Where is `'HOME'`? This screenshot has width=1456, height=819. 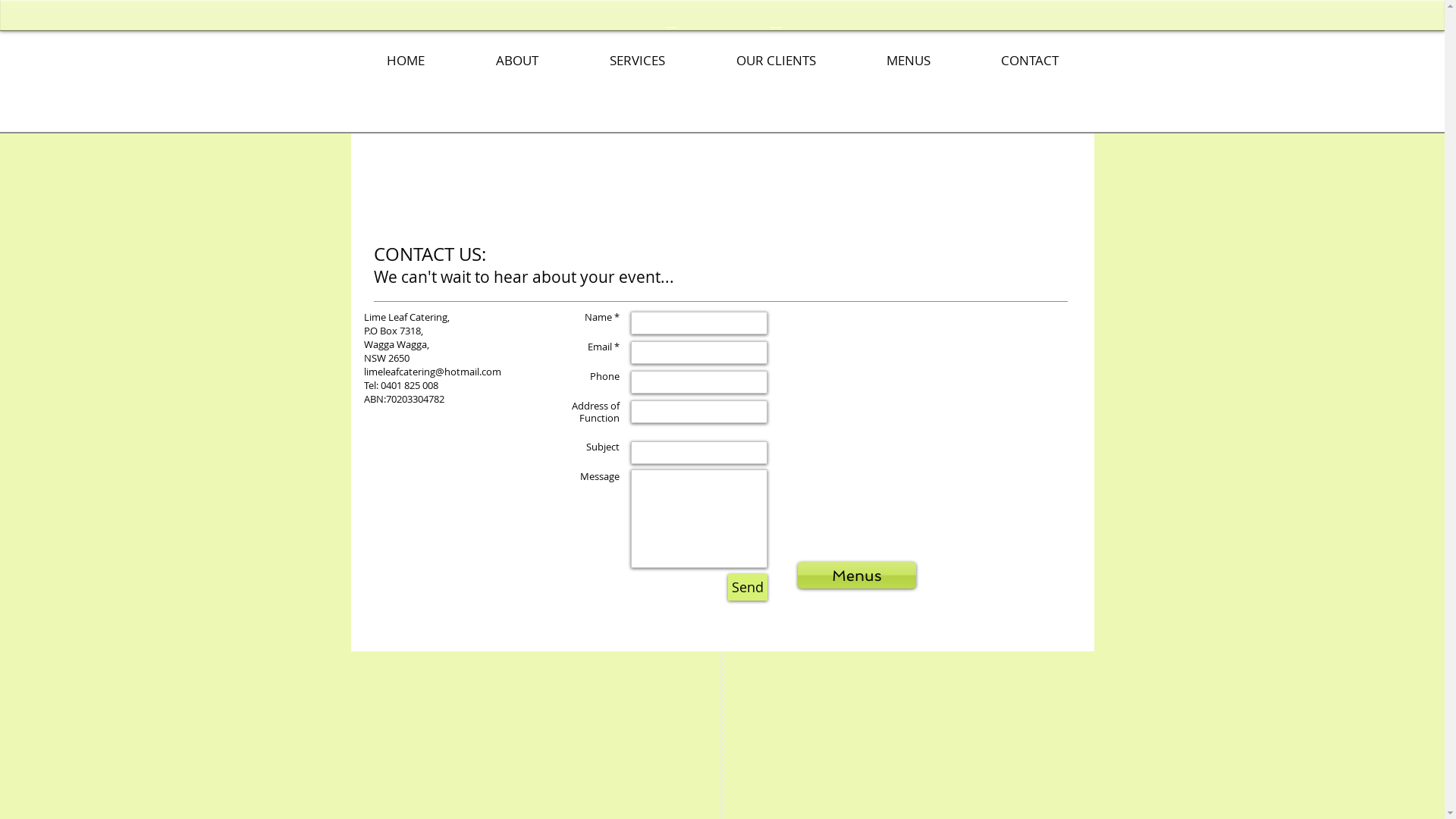
'HOME' is located at coordinates (349, 60).